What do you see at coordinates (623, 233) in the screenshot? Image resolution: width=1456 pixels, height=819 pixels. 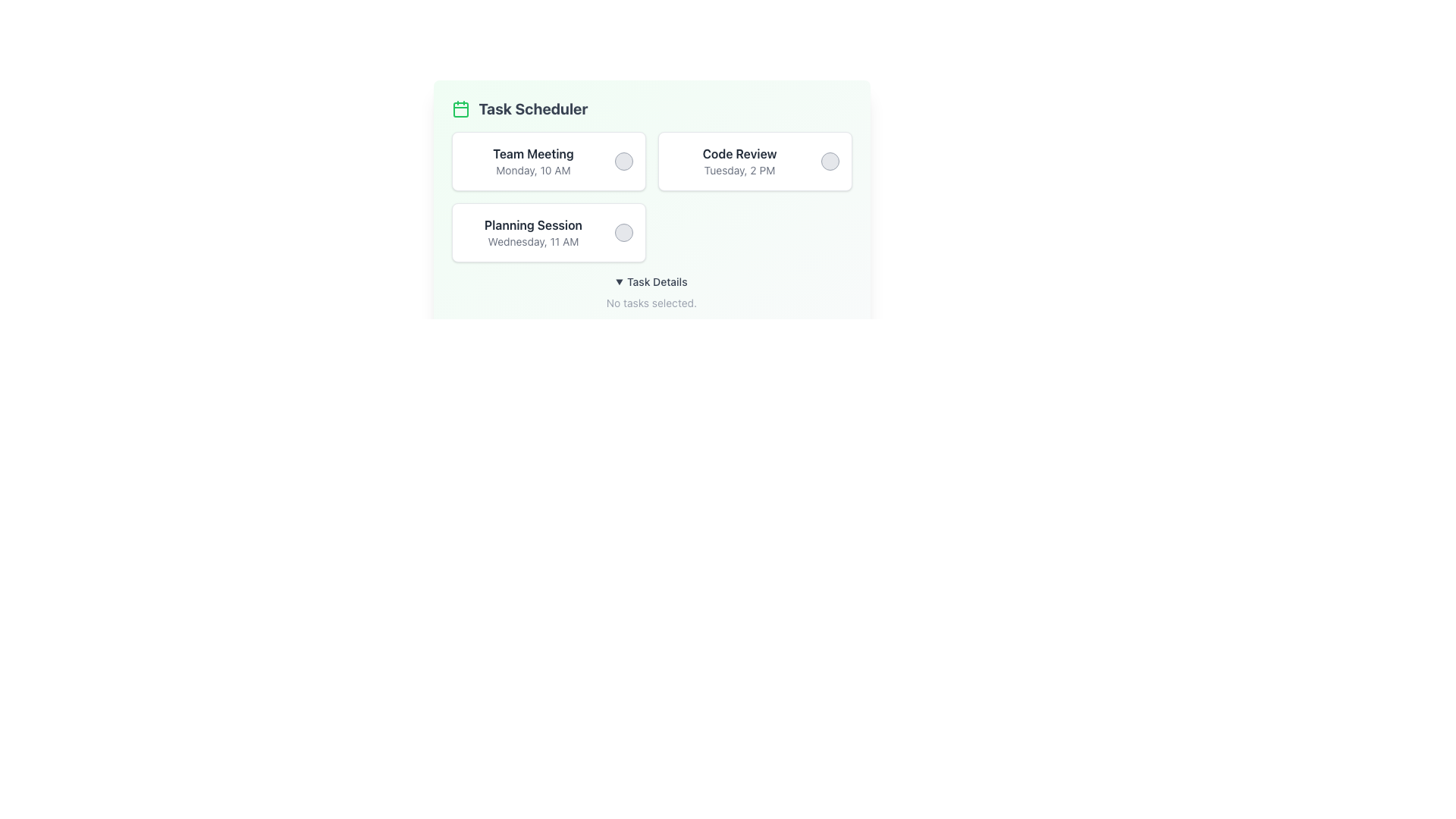 I see `the circular indicator button with a gray border and light gray background located in the bottom-left quadrant of the 'Planning Session - Wednesday, 11 AM' section` at bounding box center [623, 233].